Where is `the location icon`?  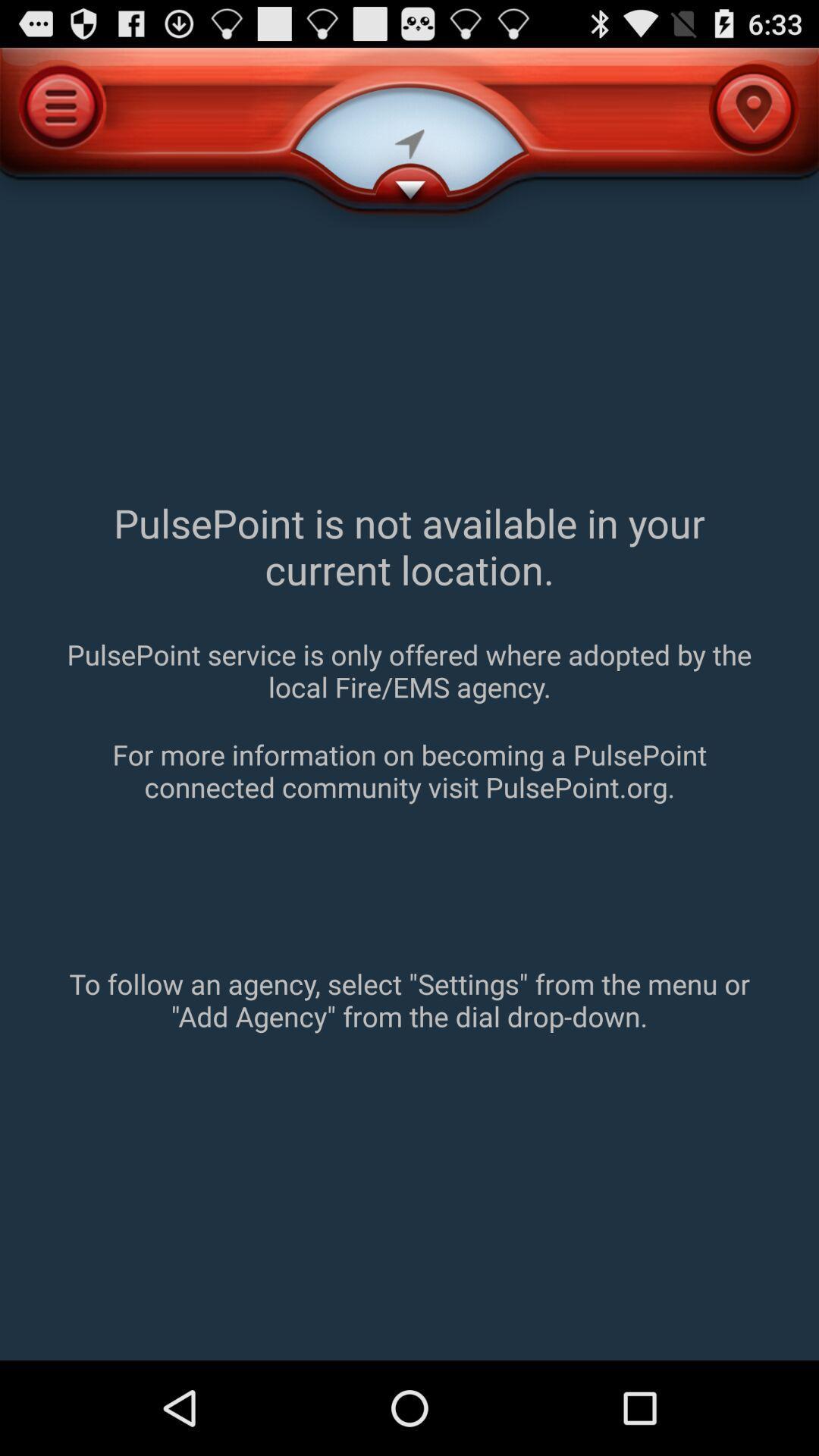 the location icon is located at coordinates (754, 108).